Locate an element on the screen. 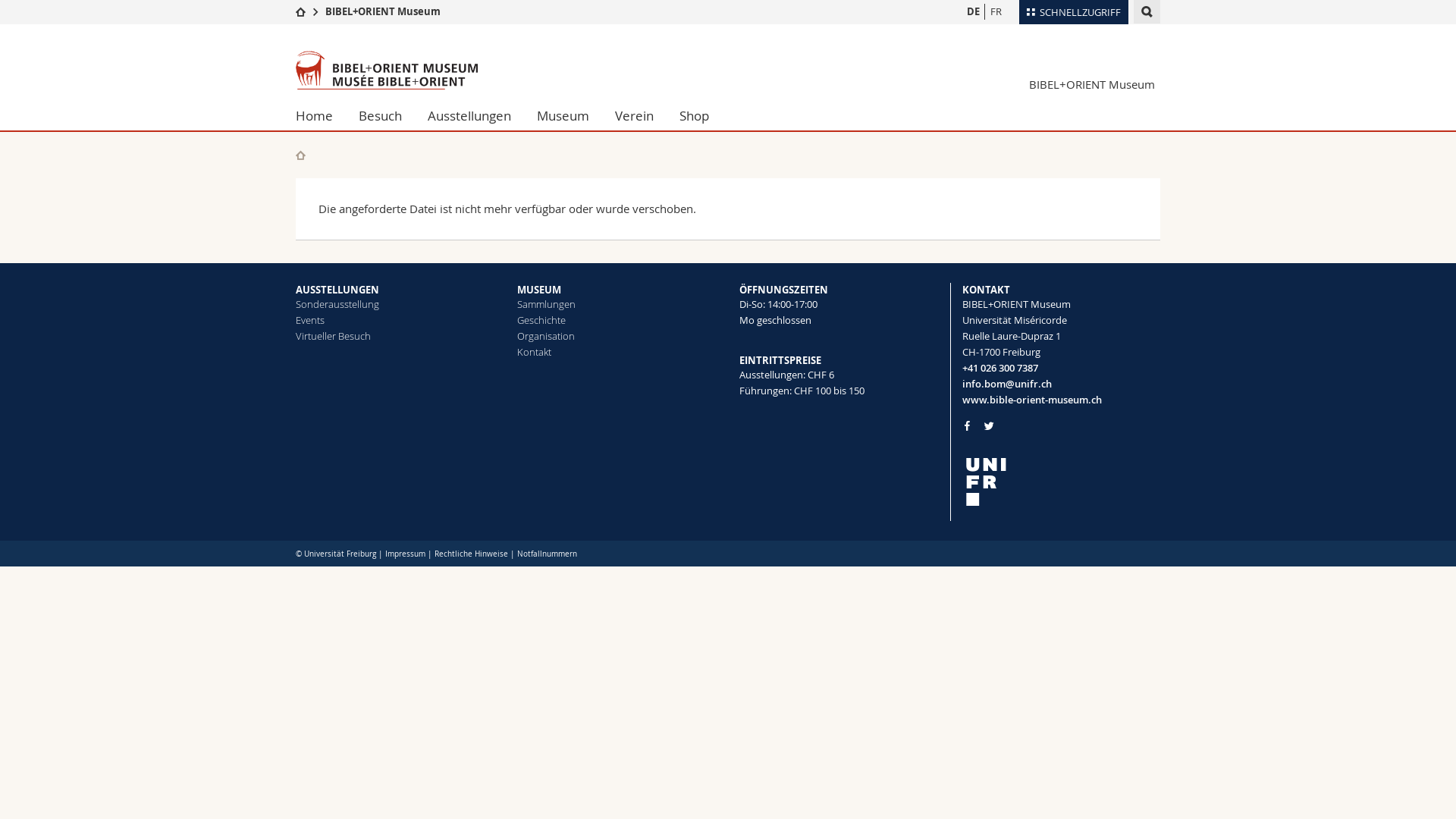  'Impressum' is located at coordinates (405, 554).